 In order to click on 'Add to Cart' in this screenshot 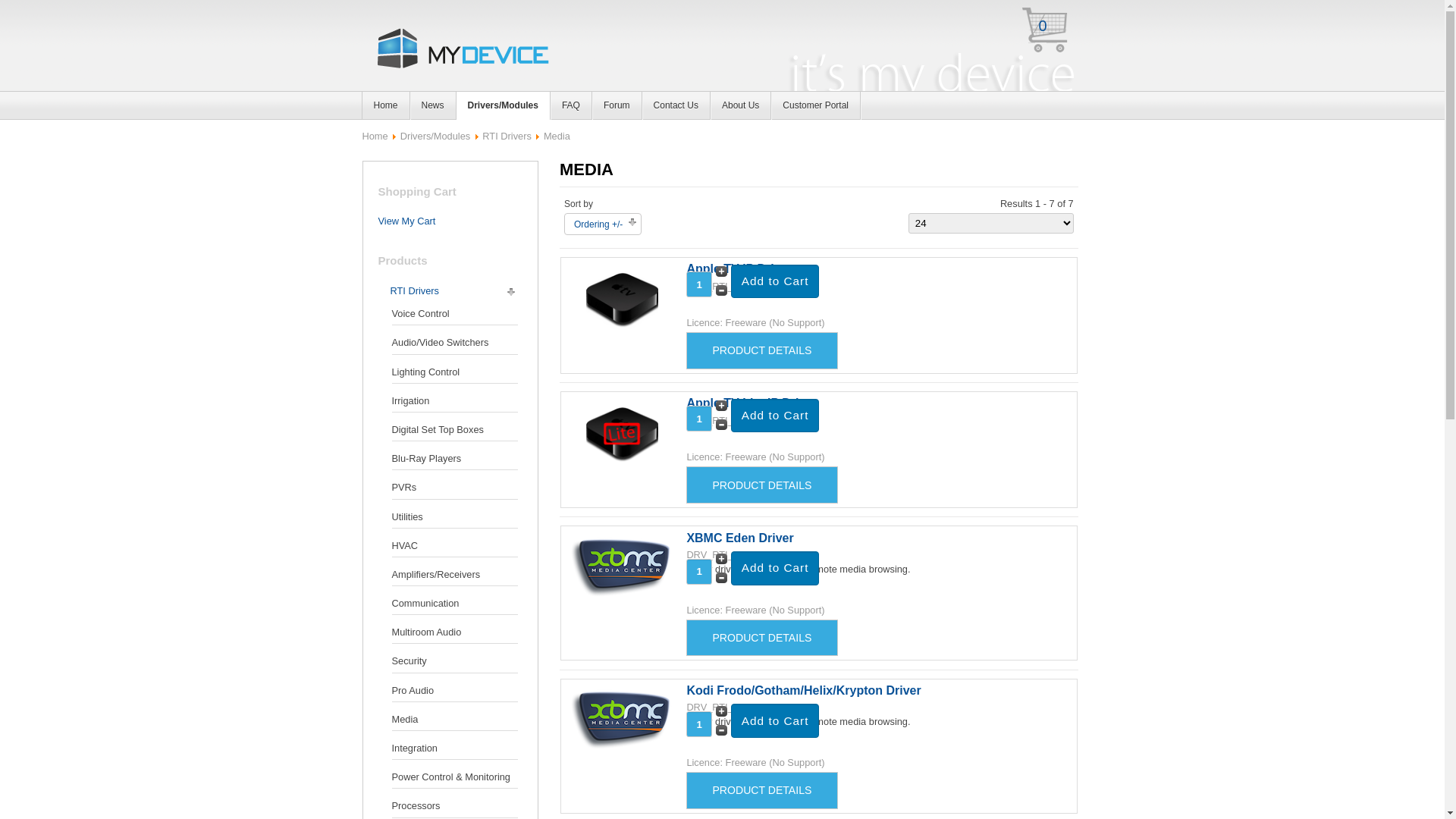, I will do `click(775, 281)`.